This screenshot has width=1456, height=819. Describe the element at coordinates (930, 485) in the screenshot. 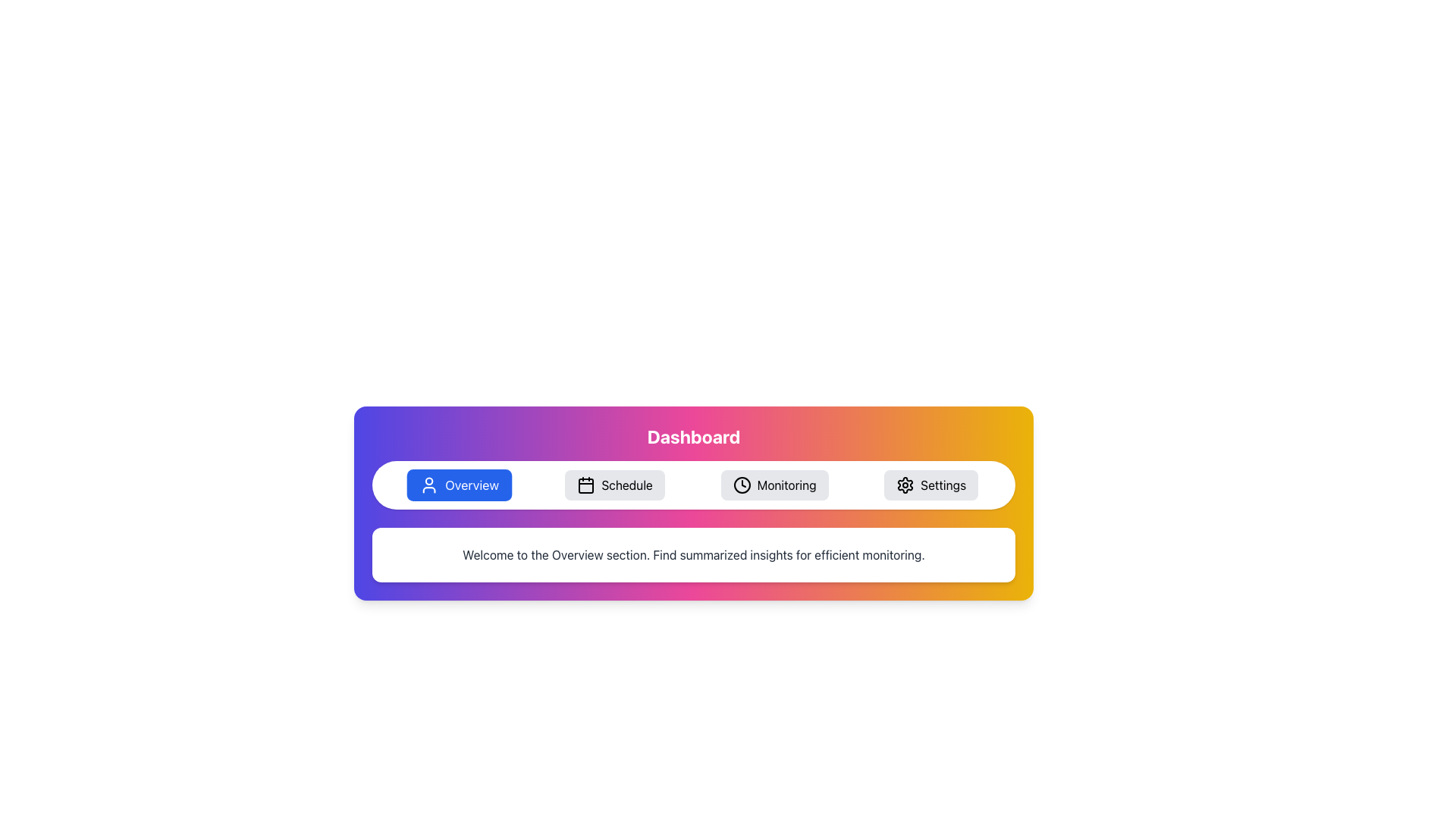

I see `the 'Settings' navigation button located as the fourth button from the left in the horizontal navigation bar` at that location.